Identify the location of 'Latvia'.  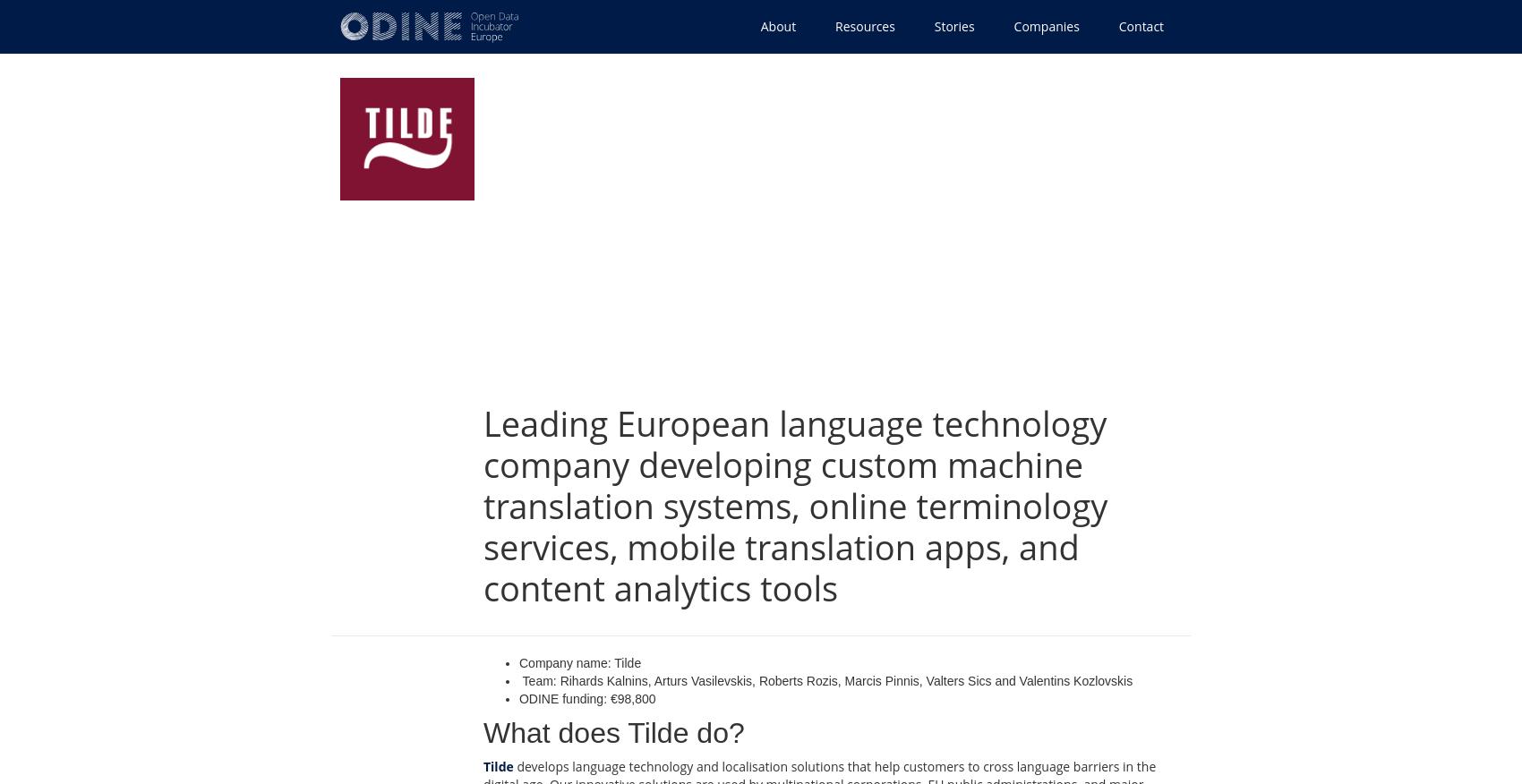
(406, 296).